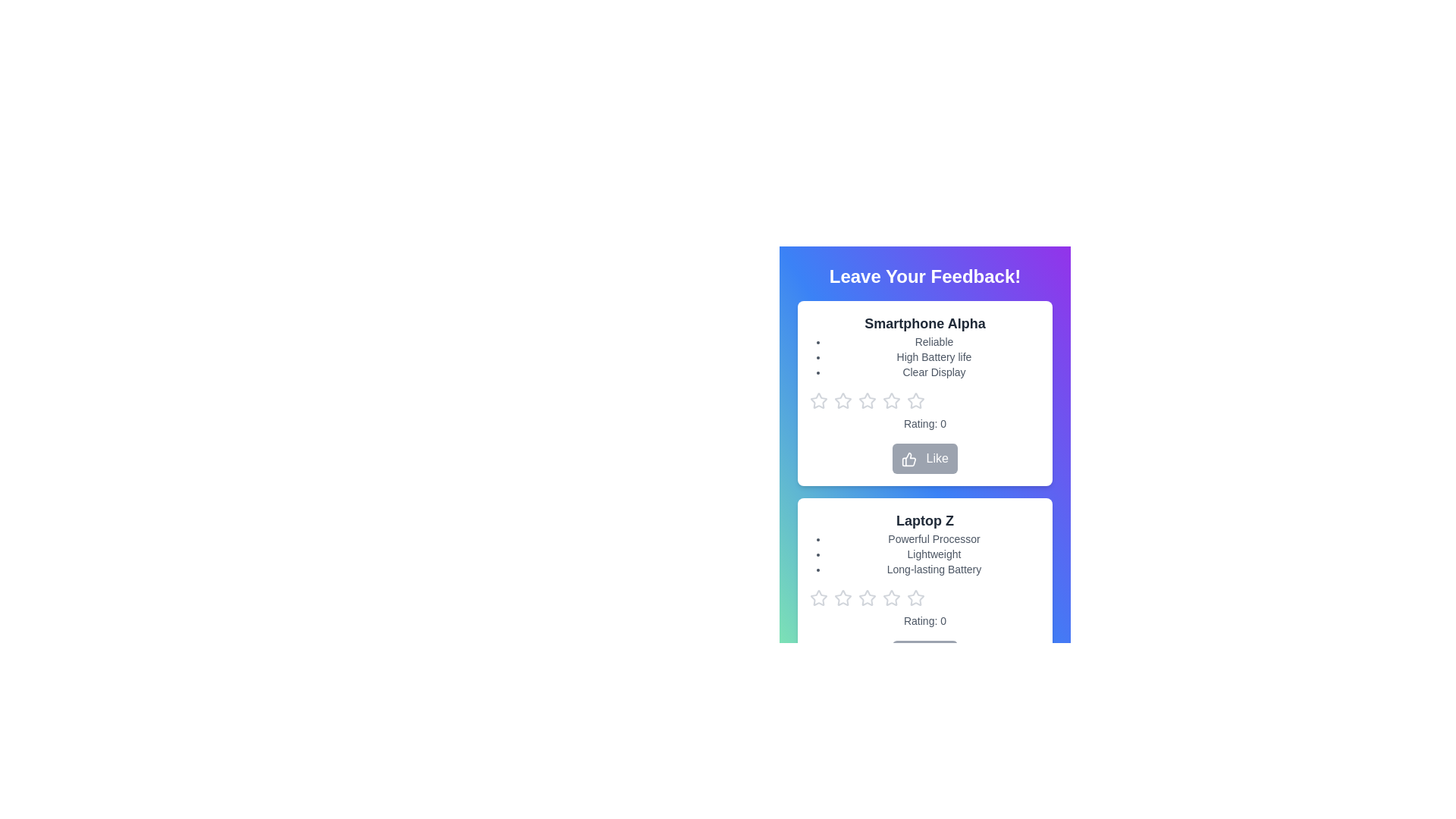  I want to click on the Text display indicating the current rating for 'Smartphone Alpha', which is currently set to 0 and located beneath the five-star icons and above the 'Like' button, so click(924, 424).